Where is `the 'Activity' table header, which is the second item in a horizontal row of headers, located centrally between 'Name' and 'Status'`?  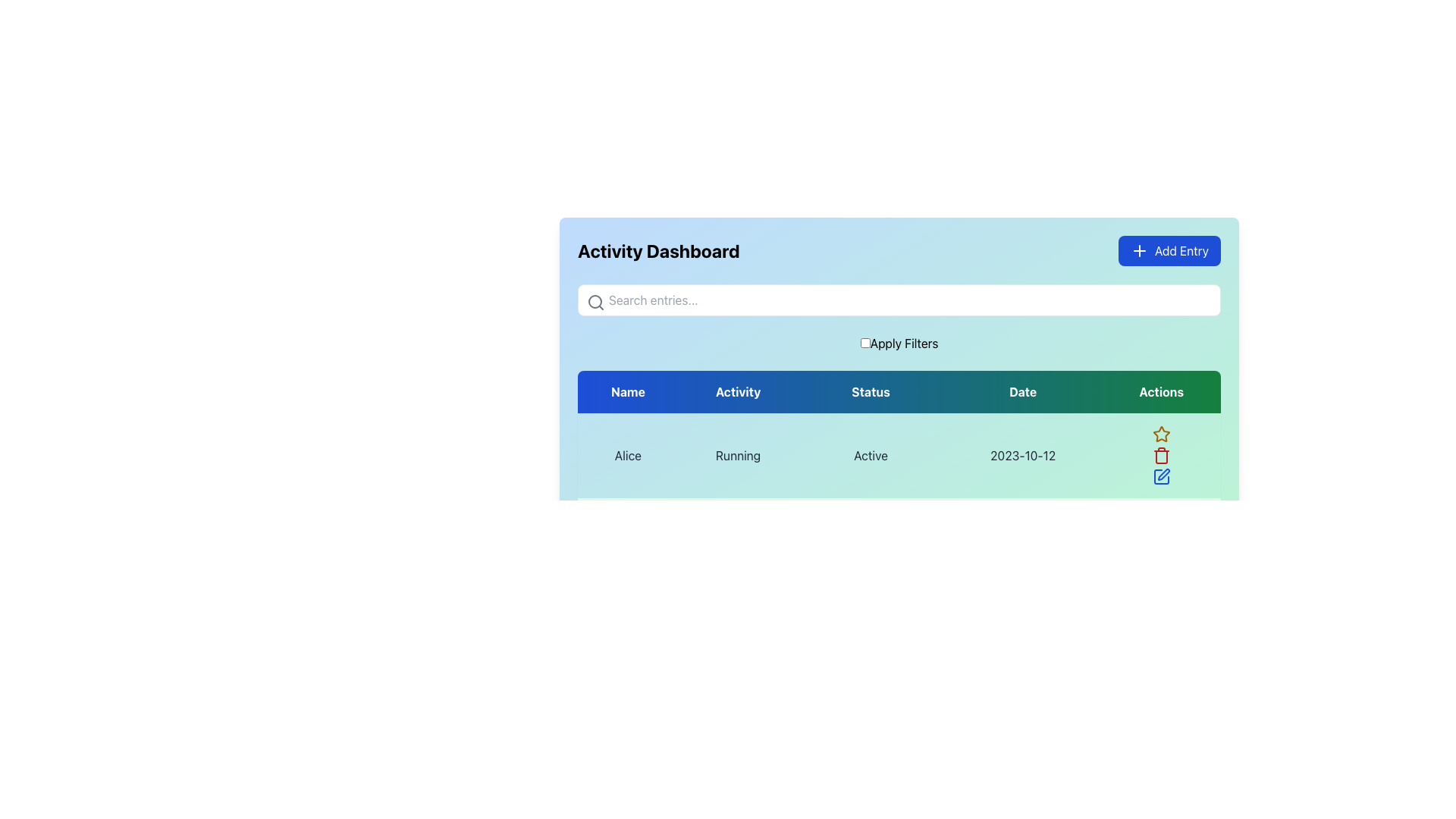 the 'Activity' table header, which is the second item in a horizontal row of headers, located centrally between 'Name' and 'Status' is located at coordinates (738, 391).